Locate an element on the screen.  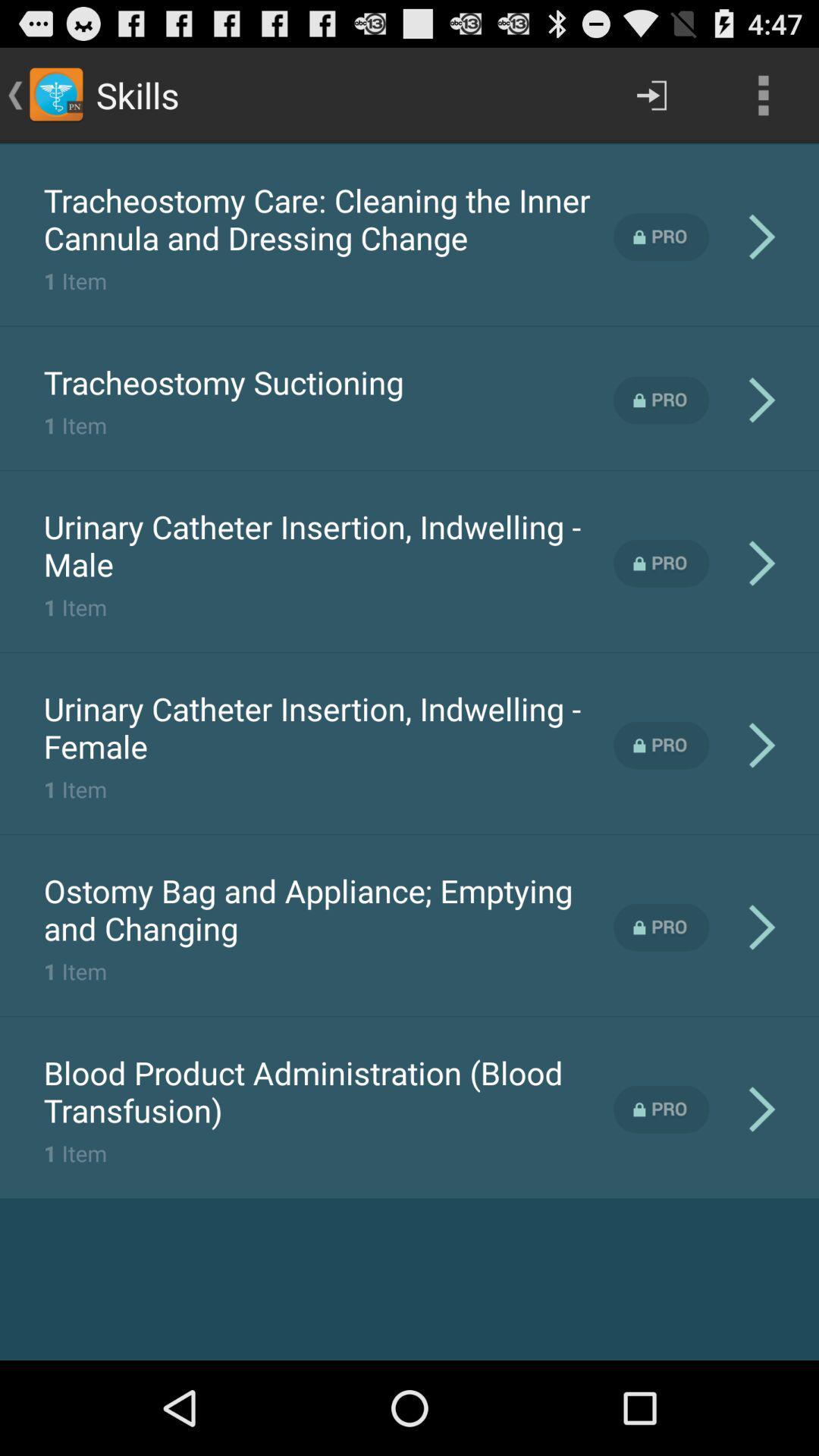
the icon below the 1 item app is located at coordinates (224, 382).